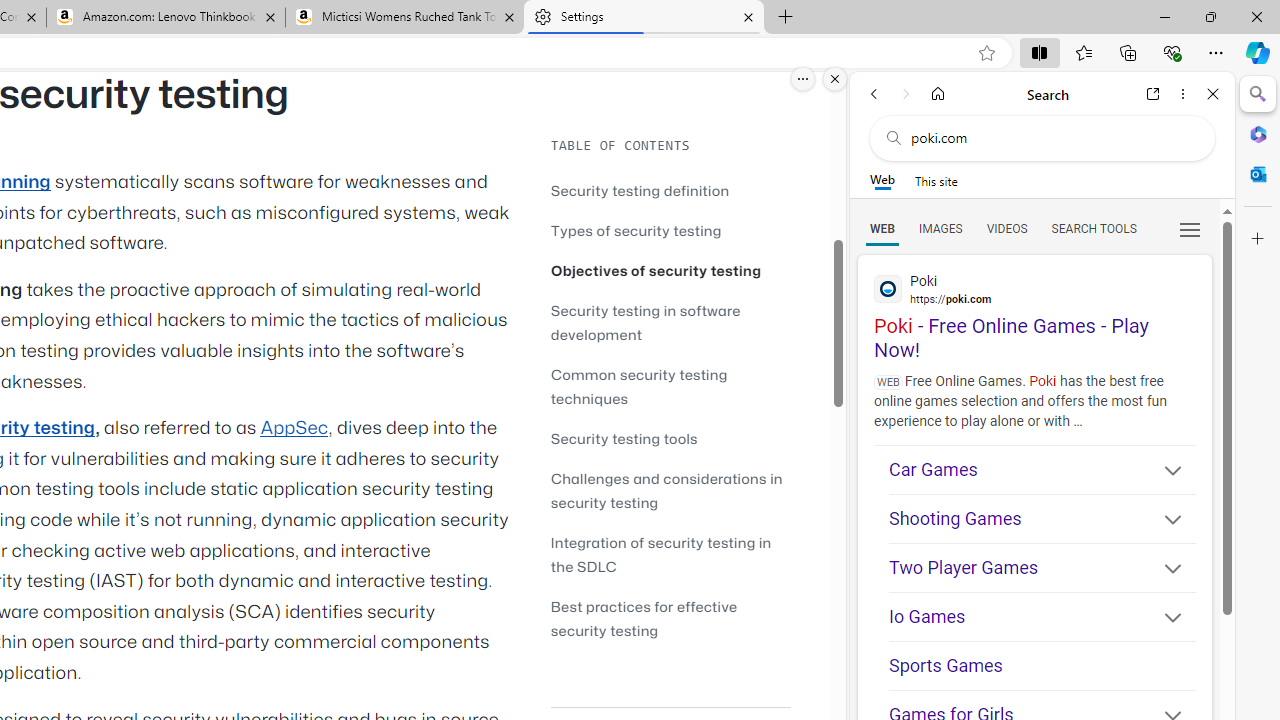 The height and width of the screenshot is (720, 1280). I want to click on 'Objectives of security testing', so click(670, 270).